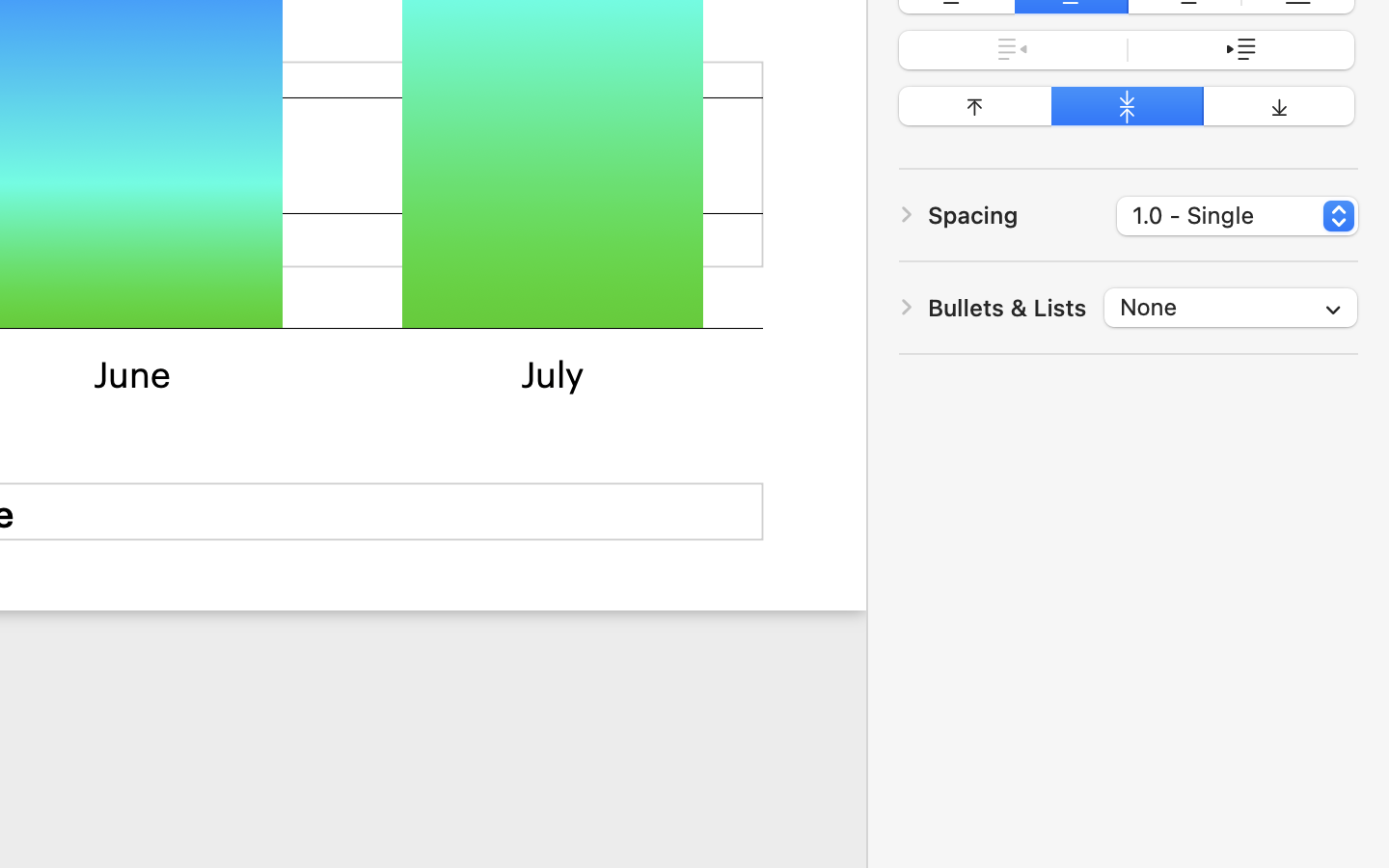 This screenshot has height=868, width=1389. What do you see at coordinates (1239, 217) in the screenshot?
I see `'1.0 - Single'` at bounding box center [1239, 217].